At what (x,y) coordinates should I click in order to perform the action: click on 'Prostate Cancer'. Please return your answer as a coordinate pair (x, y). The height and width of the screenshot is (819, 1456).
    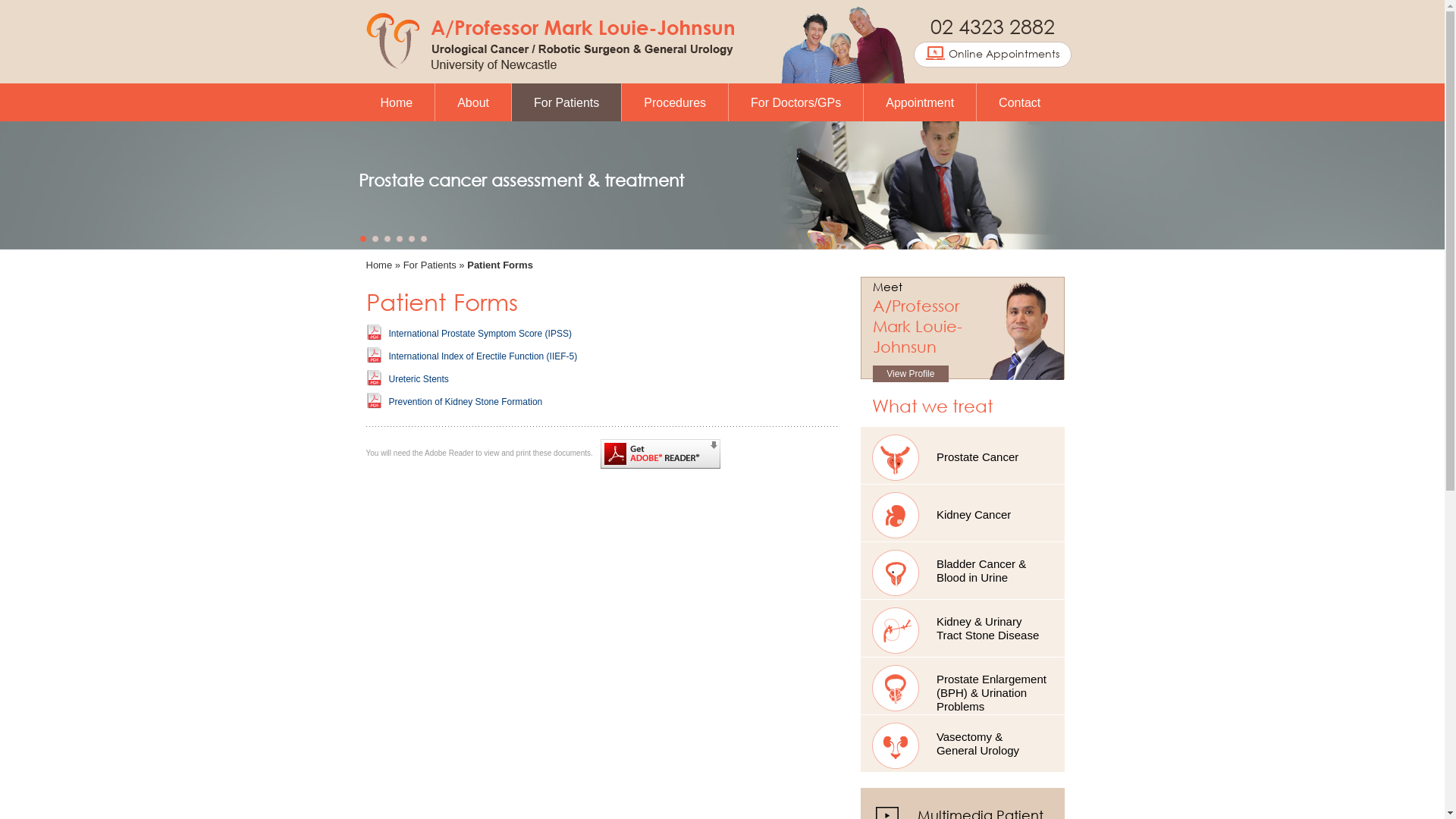
    Looking at the image, I should click on (860, 454).